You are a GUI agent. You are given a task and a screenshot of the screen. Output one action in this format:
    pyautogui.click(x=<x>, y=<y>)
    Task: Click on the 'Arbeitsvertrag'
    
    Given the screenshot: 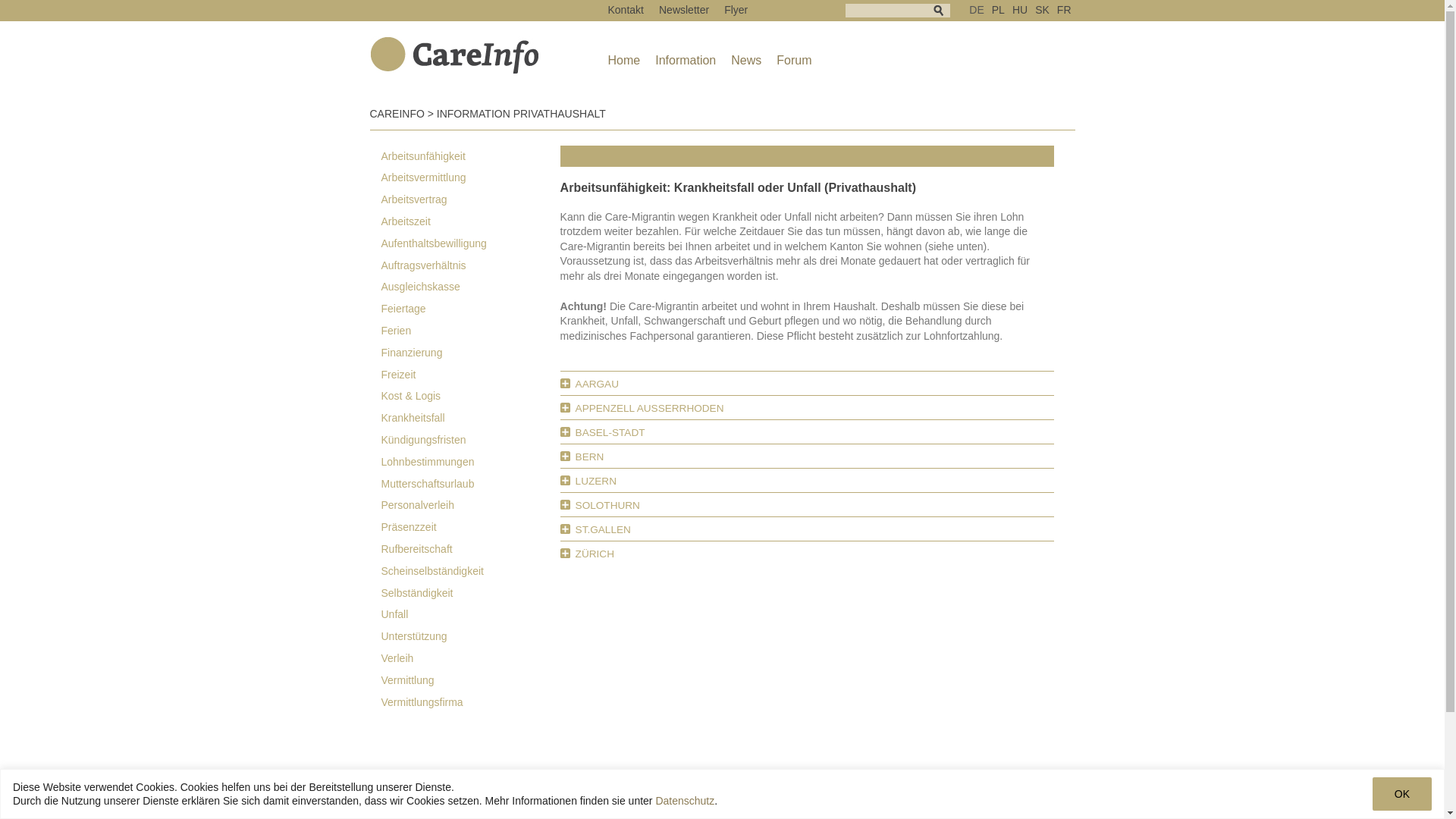 What is the action you would take?
    pyautogui.click(x=370, y=199)
    